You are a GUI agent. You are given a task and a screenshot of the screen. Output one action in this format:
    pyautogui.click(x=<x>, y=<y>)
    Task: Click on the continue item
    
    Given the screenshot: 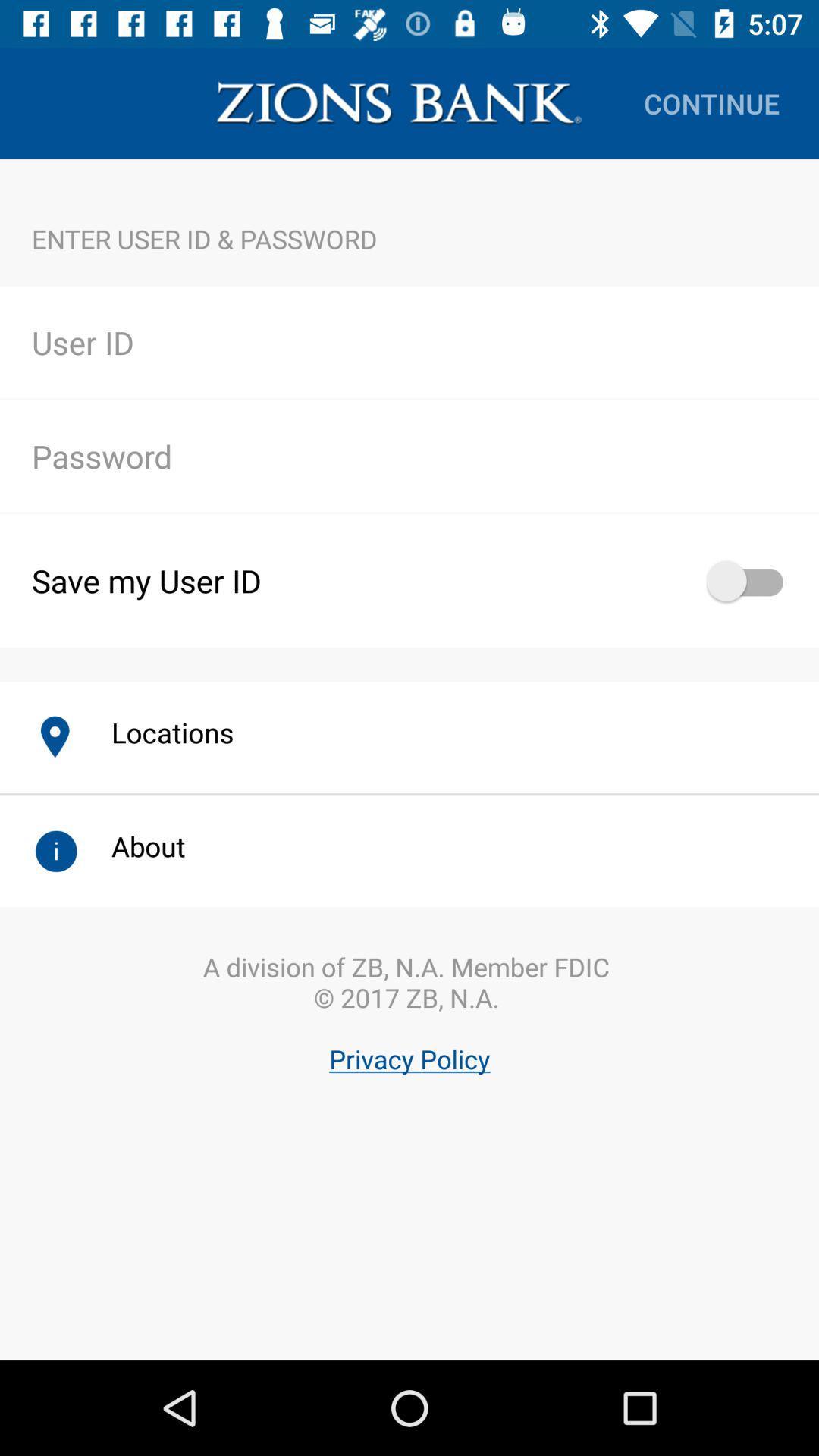 What is the action you would take?
    pyautogui.click(x=711, y=102)
    